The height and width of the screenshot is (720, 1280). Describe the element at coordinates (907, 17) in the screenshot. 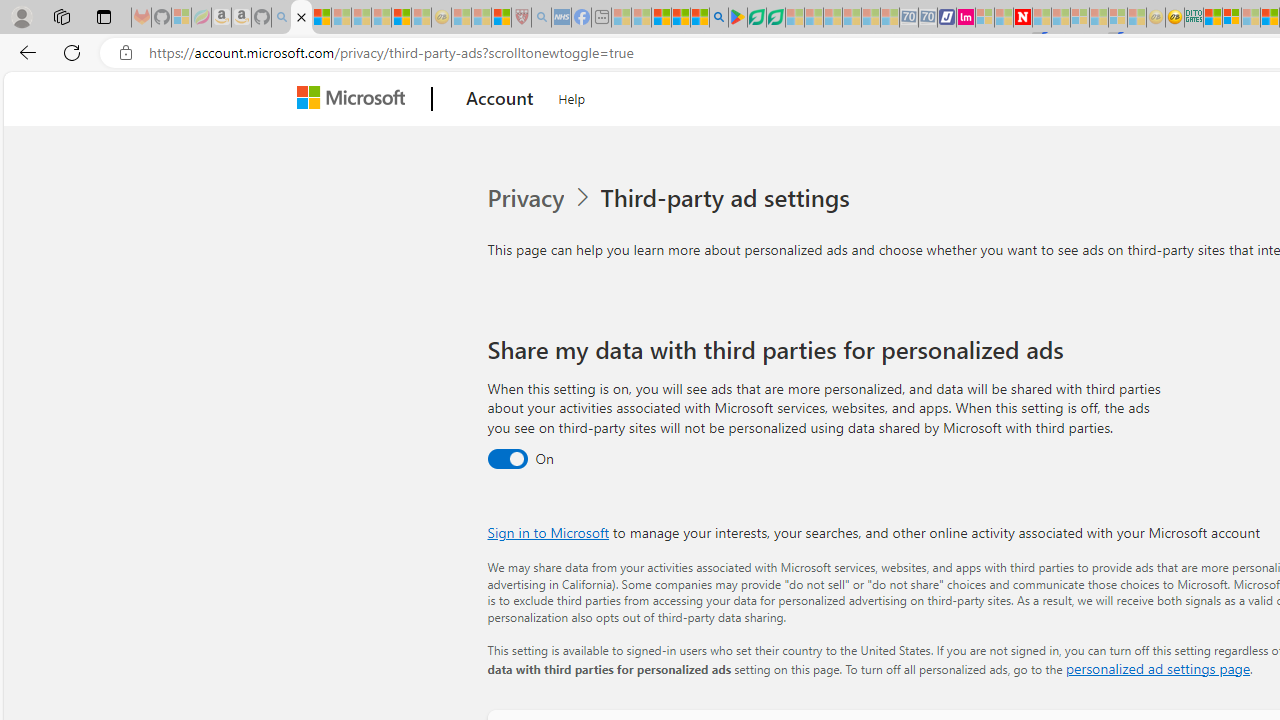

I see `'Cheap Car Rentals - Save70.com - Sleeping'` at that location.